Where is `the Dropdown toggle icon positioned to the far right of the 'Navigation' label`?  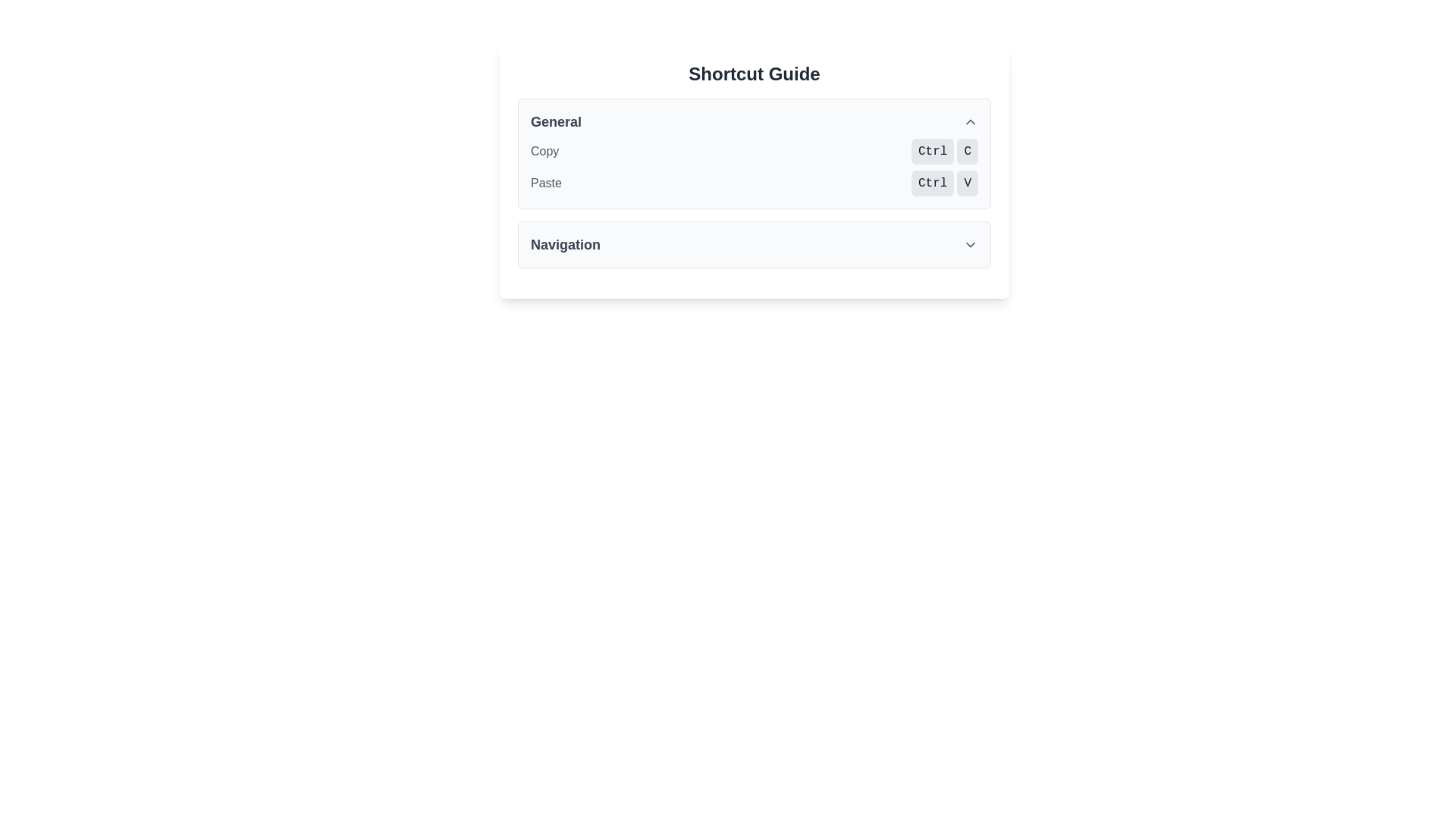 the Dropdown toggle icon positioned to the far right of the 'Navigation' label is located at coordinates (971, 244).